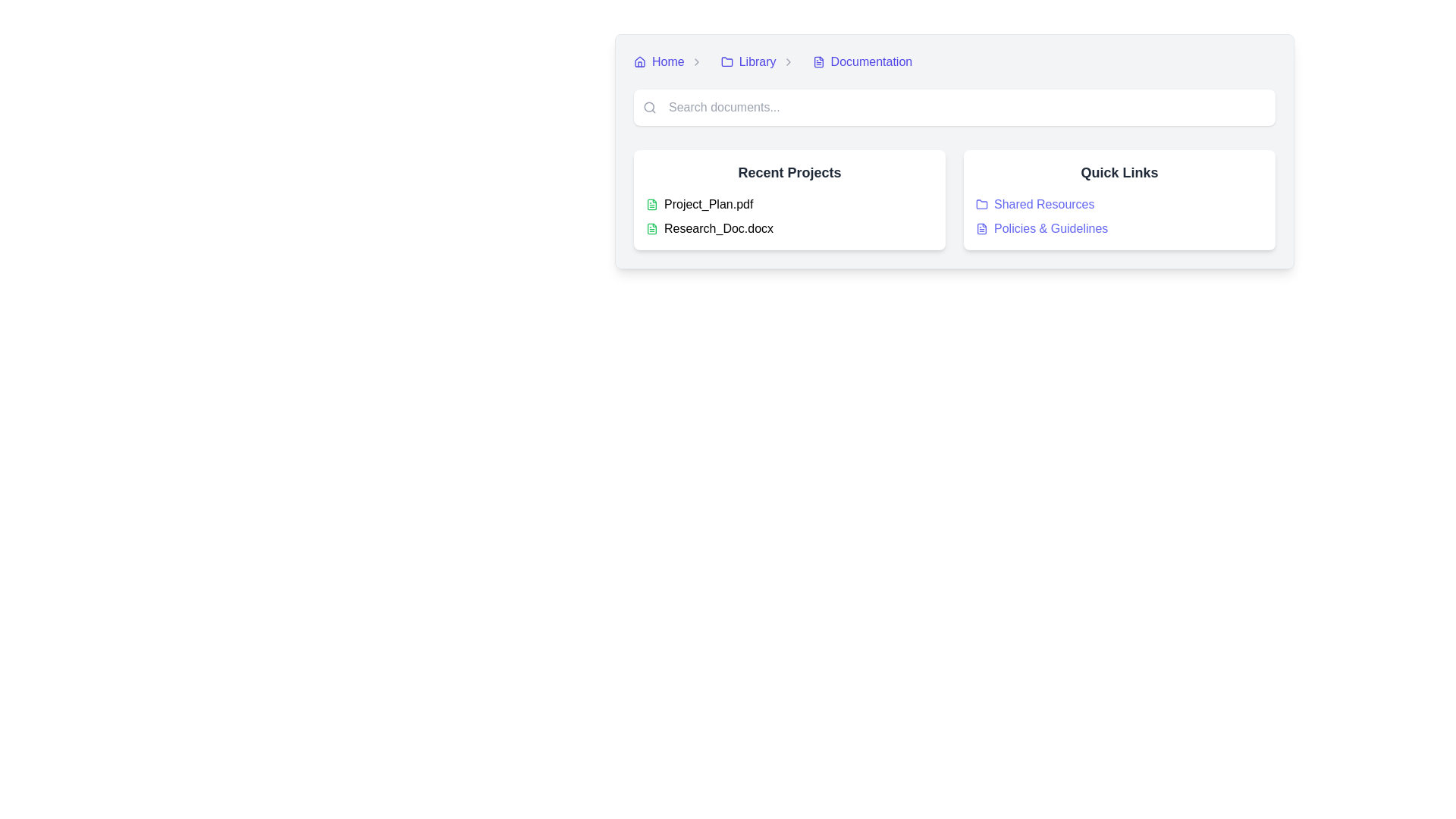  Describe the element at coordinates (862, 61) in the screenshot. I see `the 'Documentation' breadcrumb navigation link, which is represented by a document icon and bold, blue underlined text, positioned between 'Library' and other elements in the breadcrumb section` at that location.